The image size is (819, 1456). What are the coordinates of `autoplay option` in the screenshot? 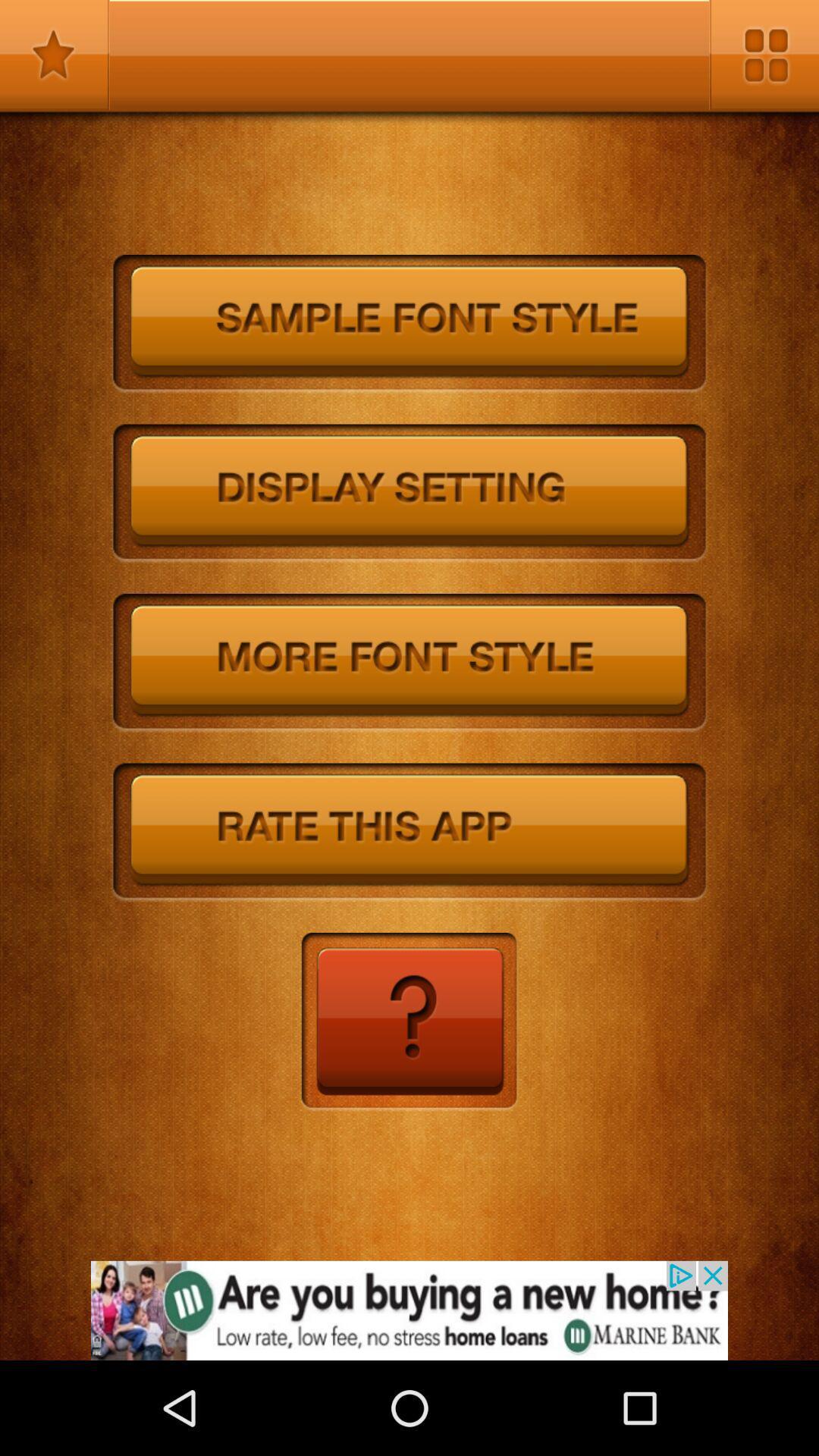 It's located at (409, 494).